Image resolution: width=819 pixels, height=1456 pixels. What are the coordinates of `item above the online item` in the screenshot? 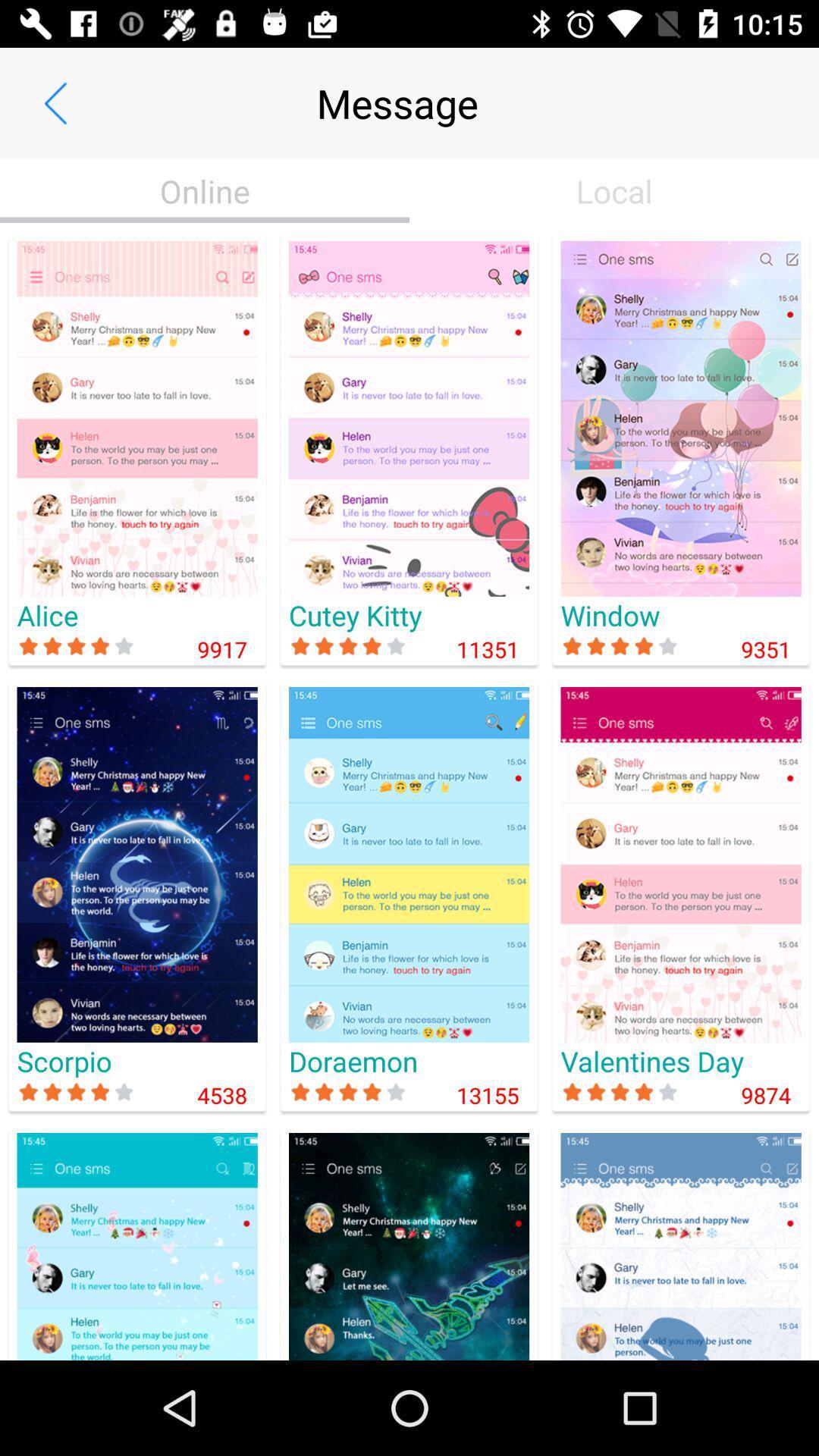 It's located at (55, 102).